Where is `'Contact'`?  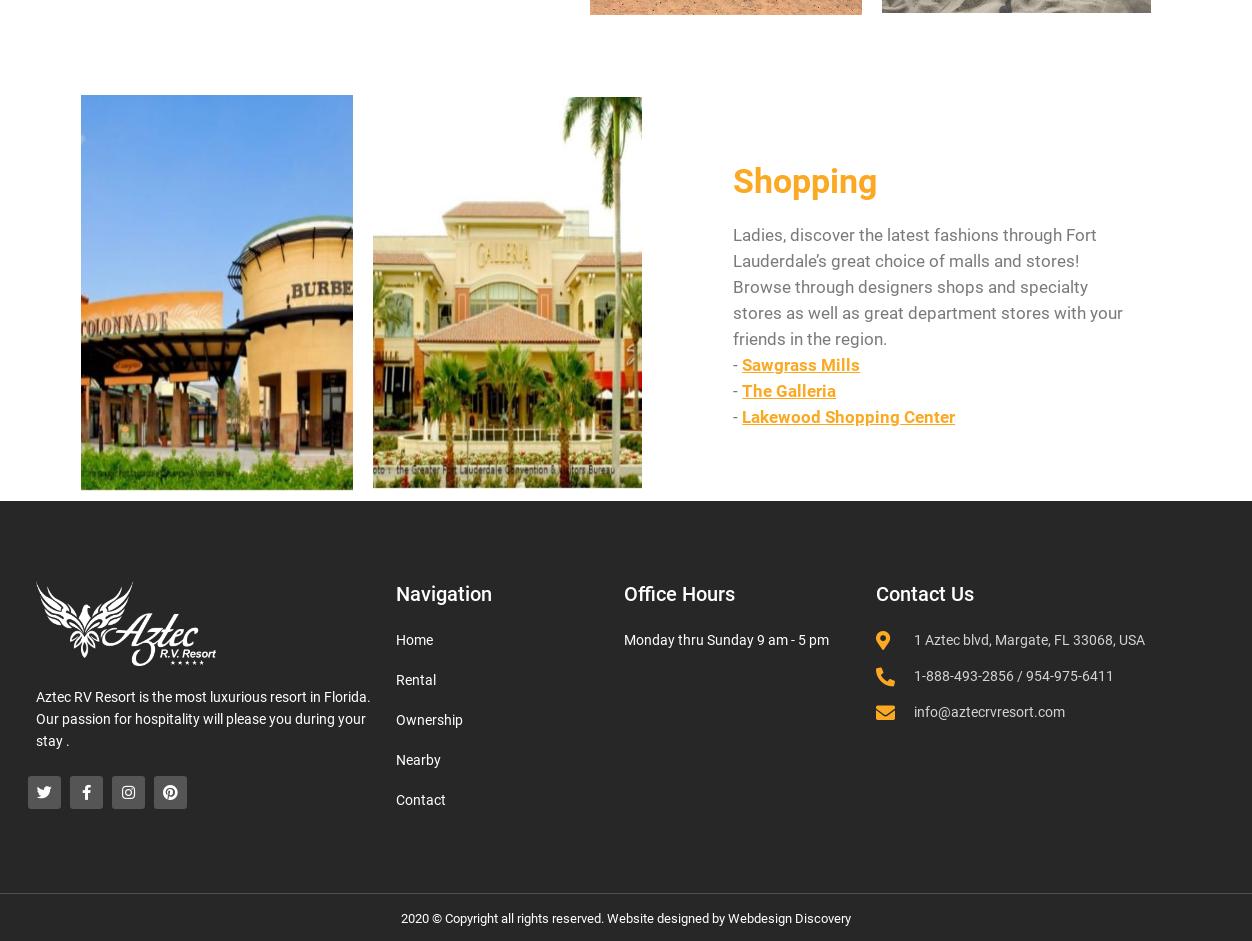 'Contact' is located at coordinates (395, 800).